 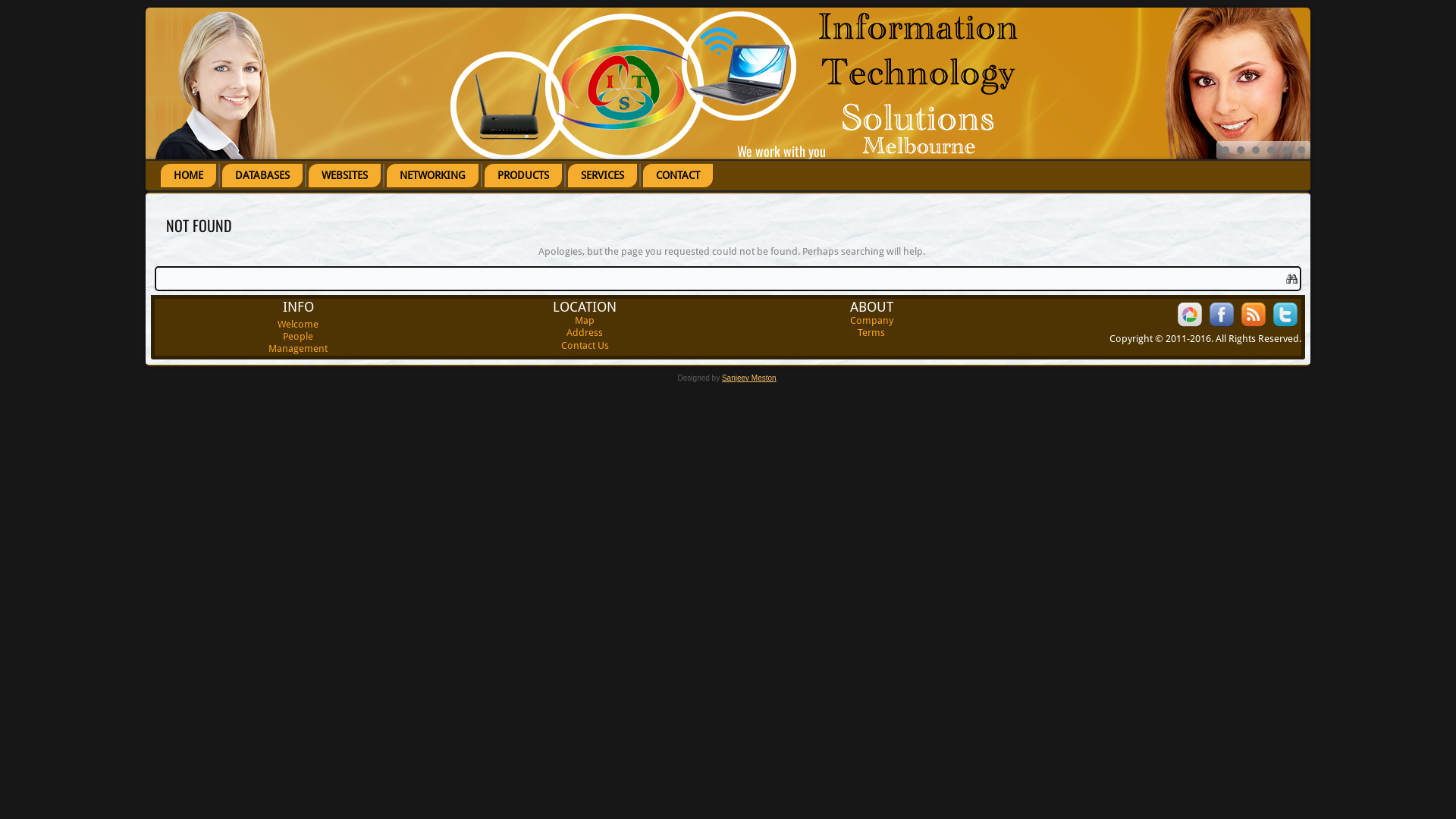 What do you see at coordinates (643, 174) in the screenshot?
I see `'CONTACT'` at bounding box center [643, 174].